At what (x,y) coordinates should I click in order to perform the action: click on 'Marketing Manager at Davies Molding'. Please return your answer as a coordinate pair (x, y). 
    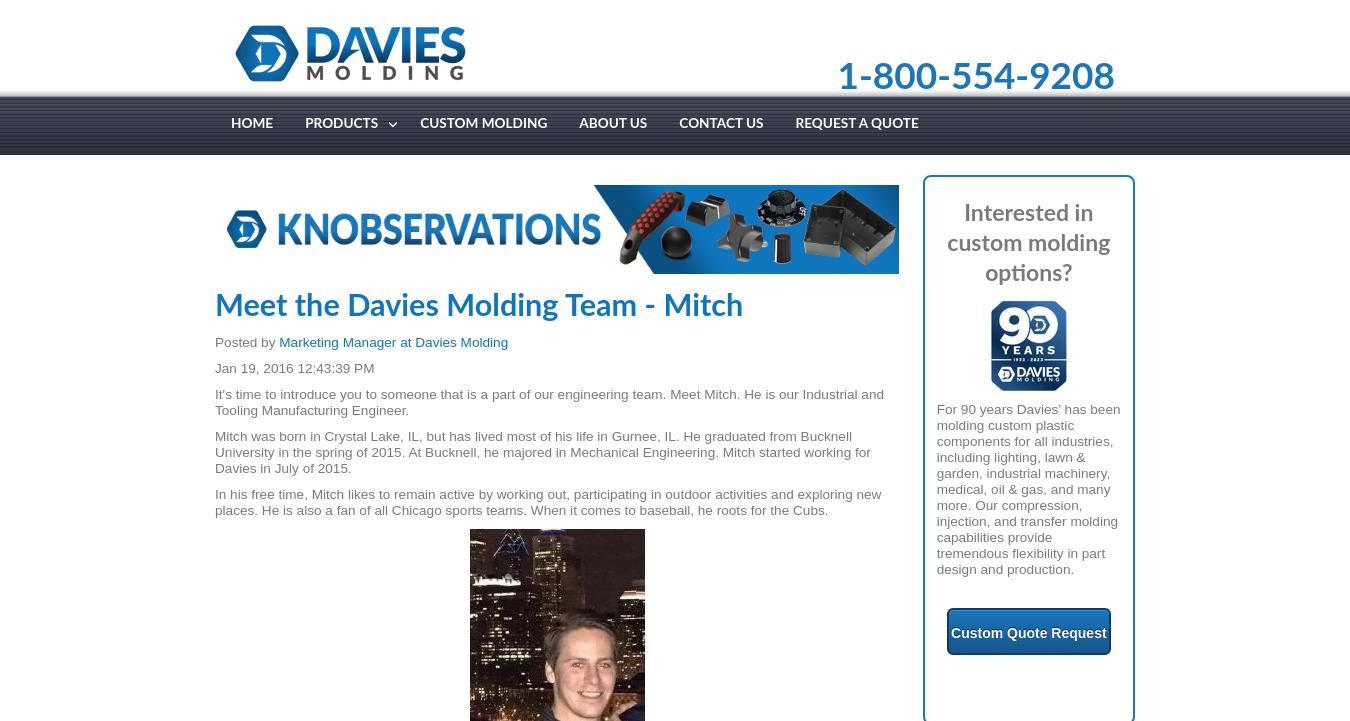
    Looking at the image, I should click on (393, 341).